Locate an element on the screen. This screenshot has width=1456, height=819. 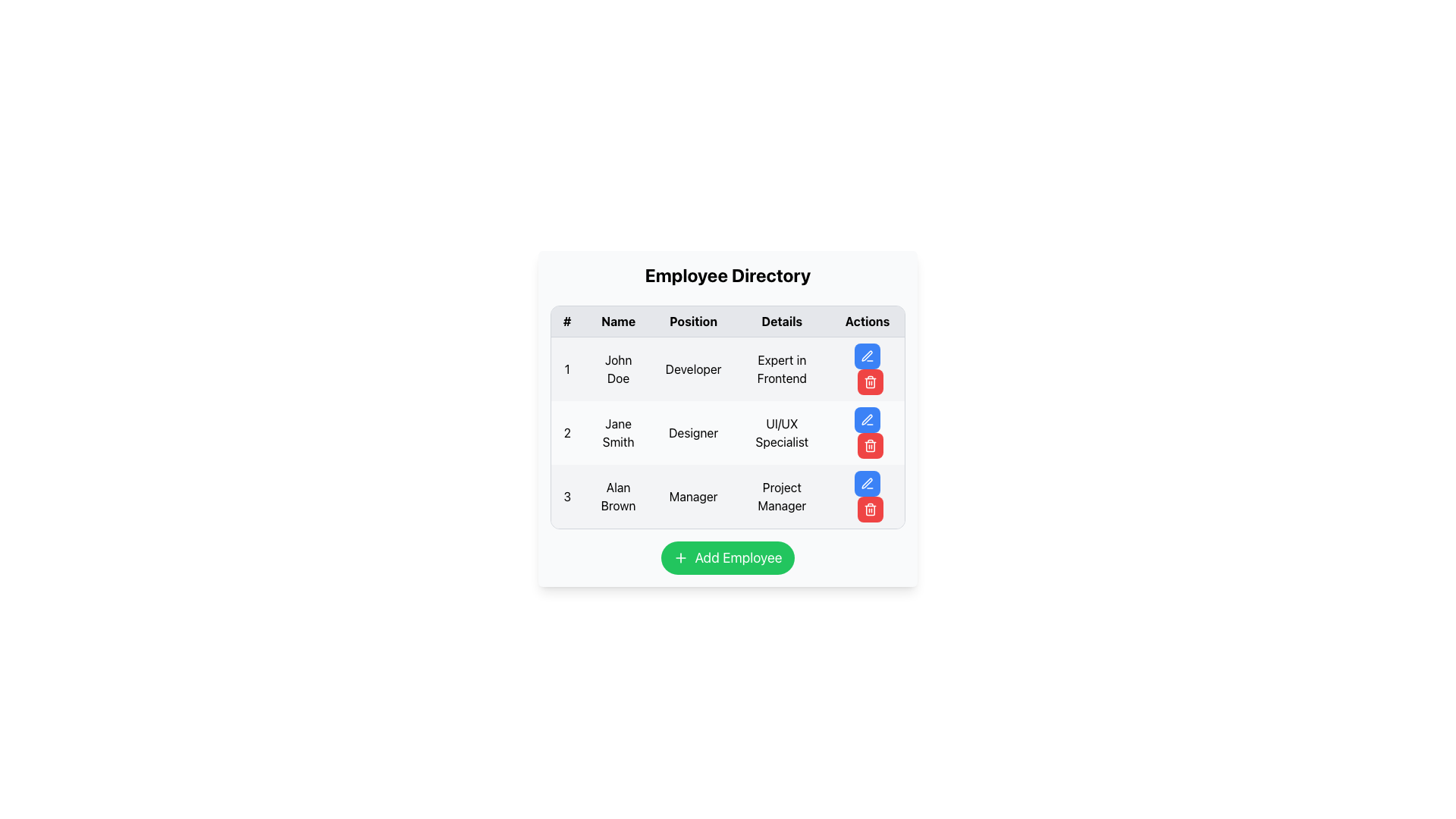
the Text Label displaying 'John Doe' in the employee directory table, located in the second cell of the first row under the 'Name' column is located at coordinates (618, 369).